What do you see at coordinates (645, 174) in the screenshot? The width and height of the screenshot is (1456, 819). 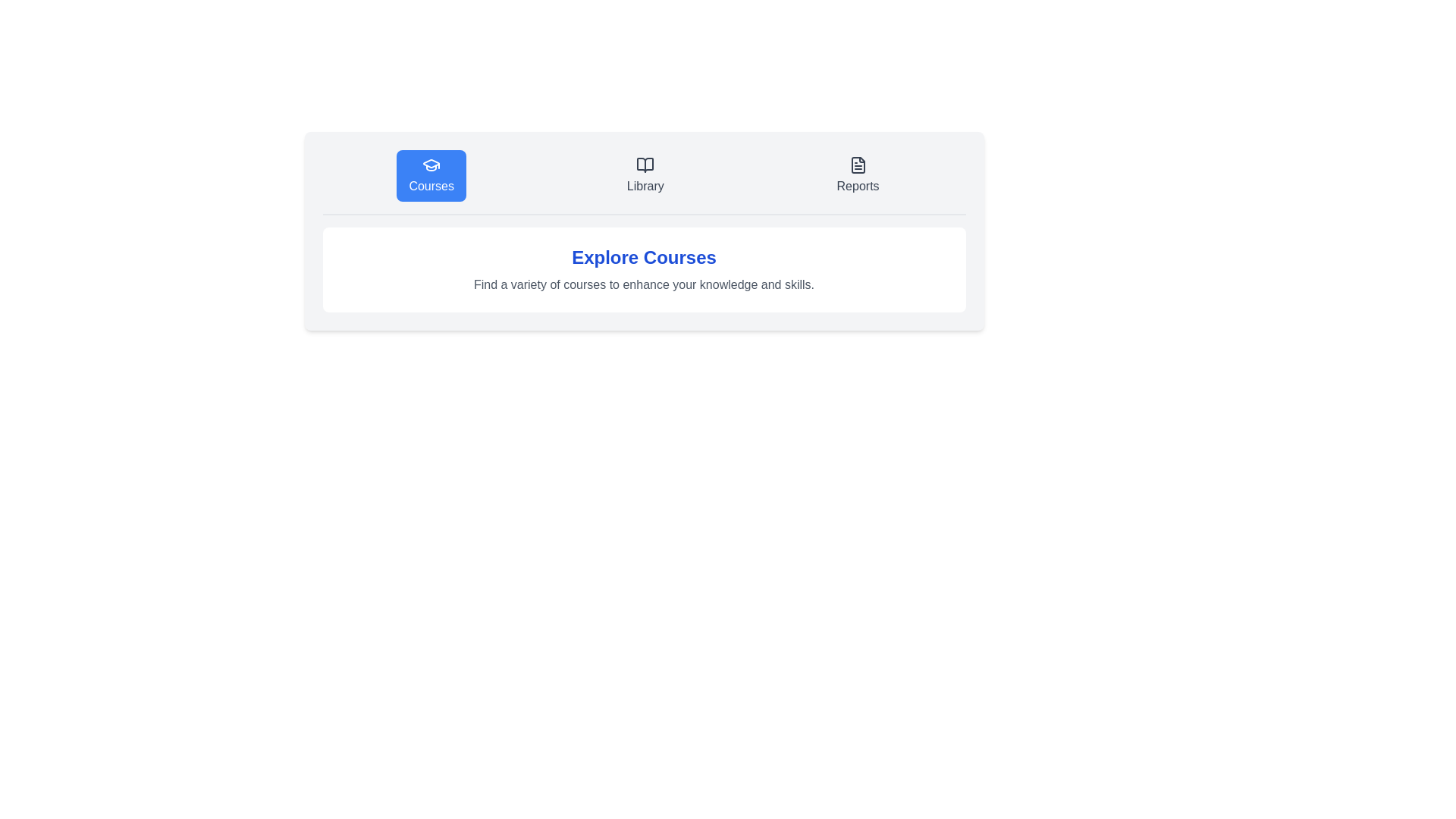 I see `the Library tab to view its content` at bounding box center [645, 174].